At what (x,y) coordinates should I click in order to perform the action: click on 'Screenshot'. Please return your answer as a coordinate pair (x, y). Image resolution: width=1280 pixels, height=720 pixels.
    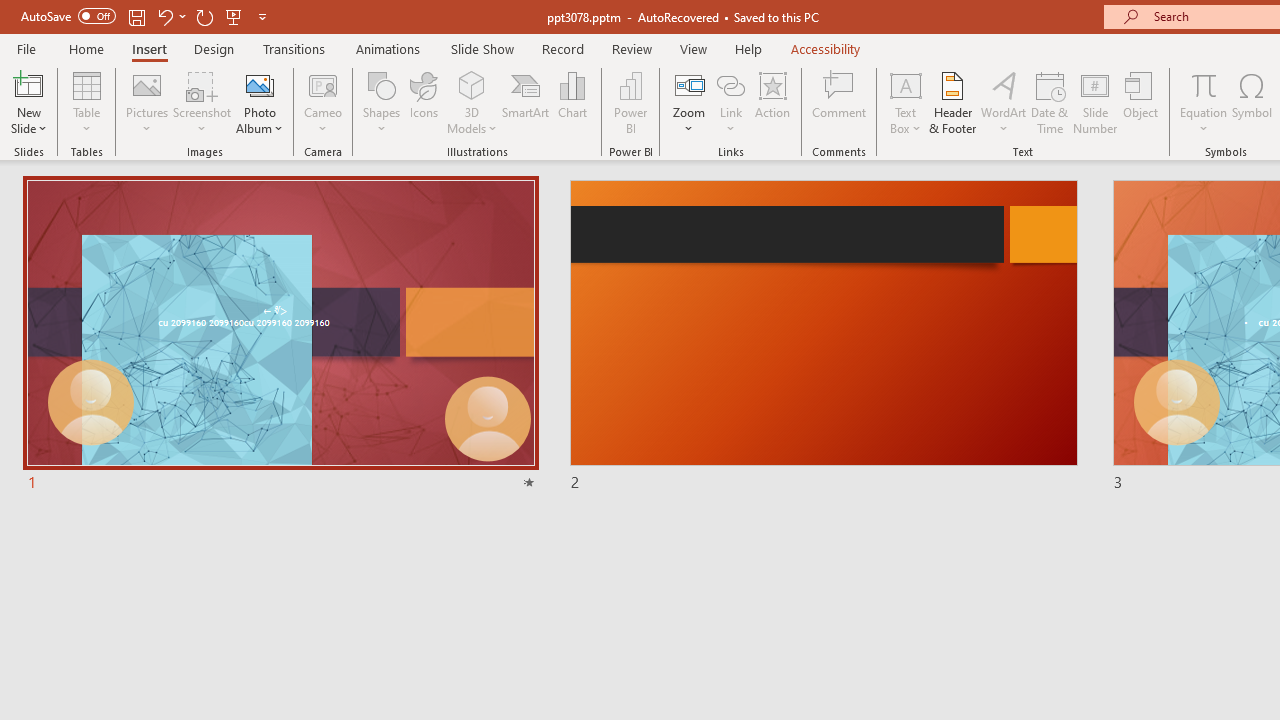
    Looking at the image, I should click on (202, 103).